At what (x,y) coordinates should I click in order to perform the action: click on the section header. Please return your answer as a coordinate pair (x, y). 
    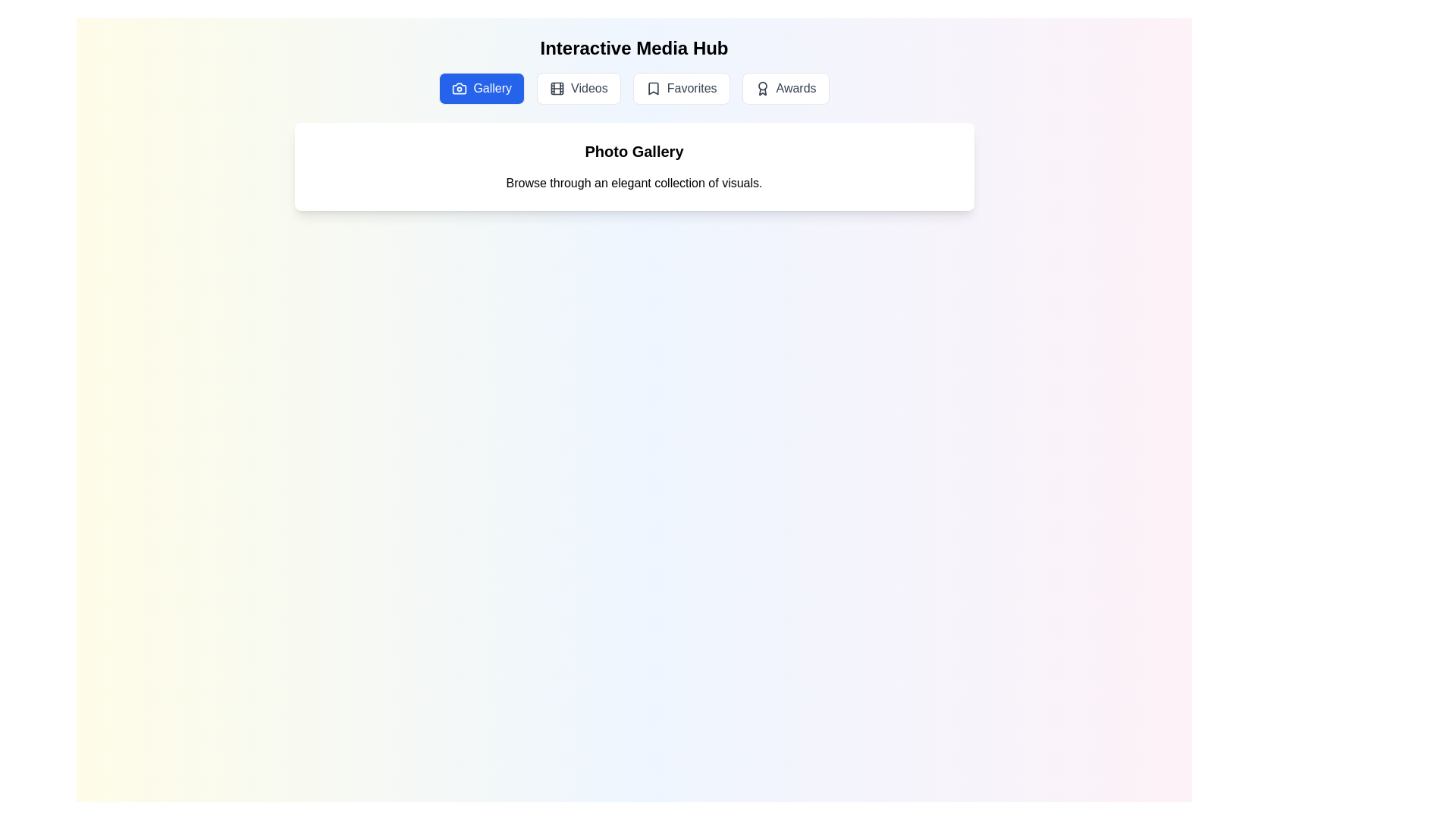
    Looking at the image, I should click on (634, 152).